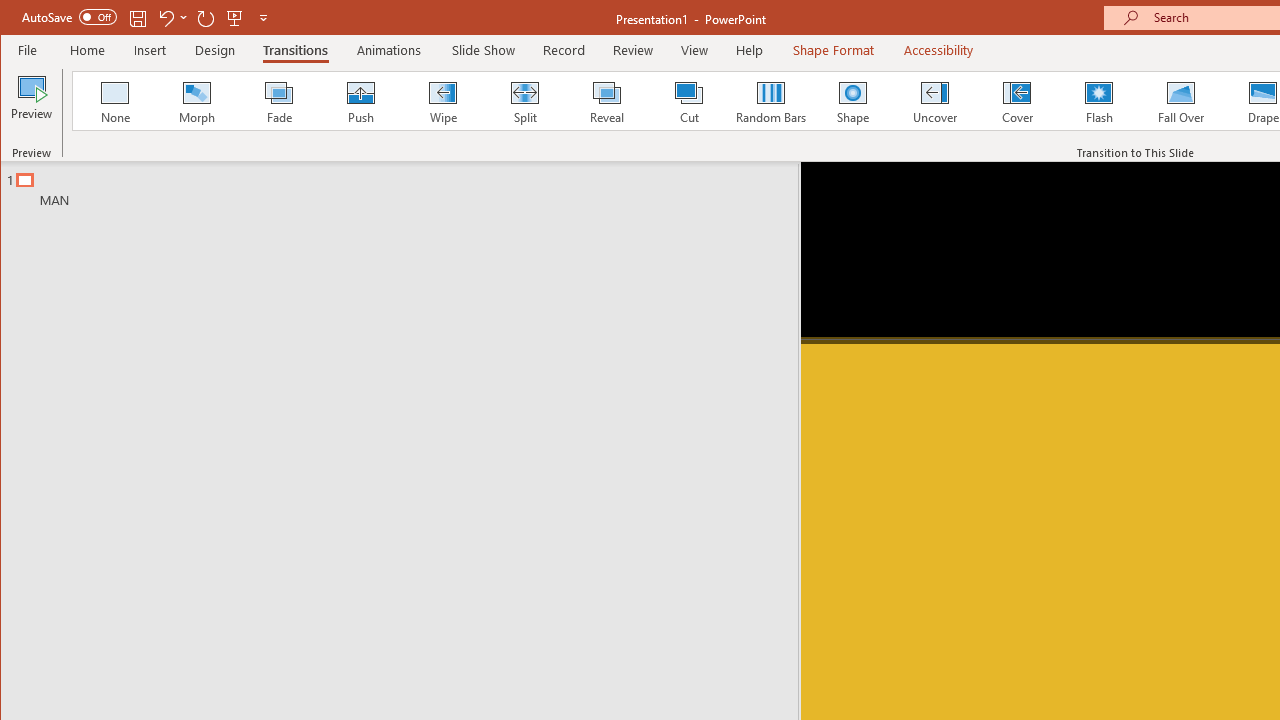 Image resolution: width=1280 pixels, height=720 pixels. Describe the element at coordinates (1016, 100) in the screenshot. I see `'Cover'` at that location.